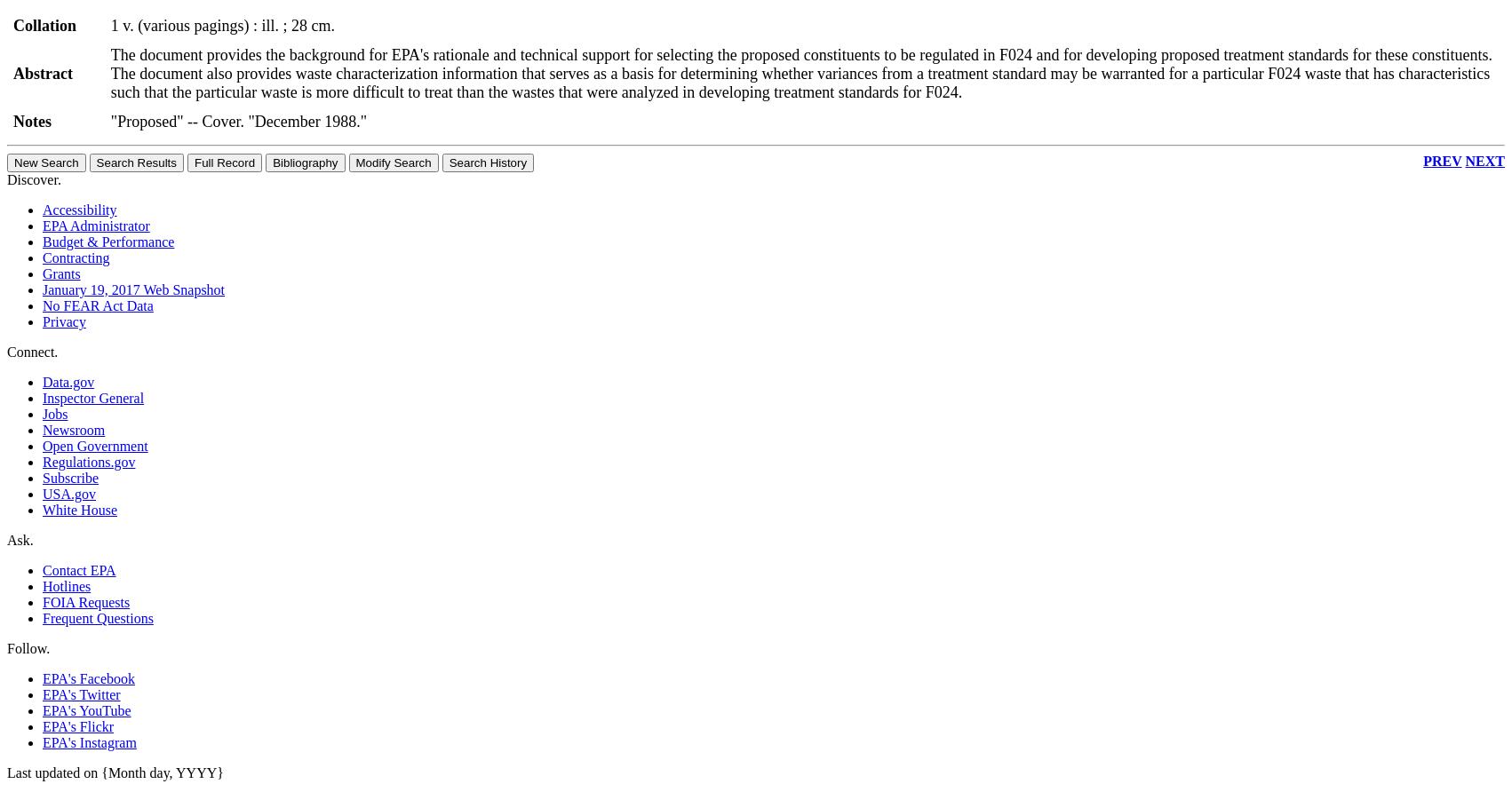  Describe the element at coordinates (115, 771) in the screenshot. I see `'Last updated on {Month day, YYYY}'` at that location.